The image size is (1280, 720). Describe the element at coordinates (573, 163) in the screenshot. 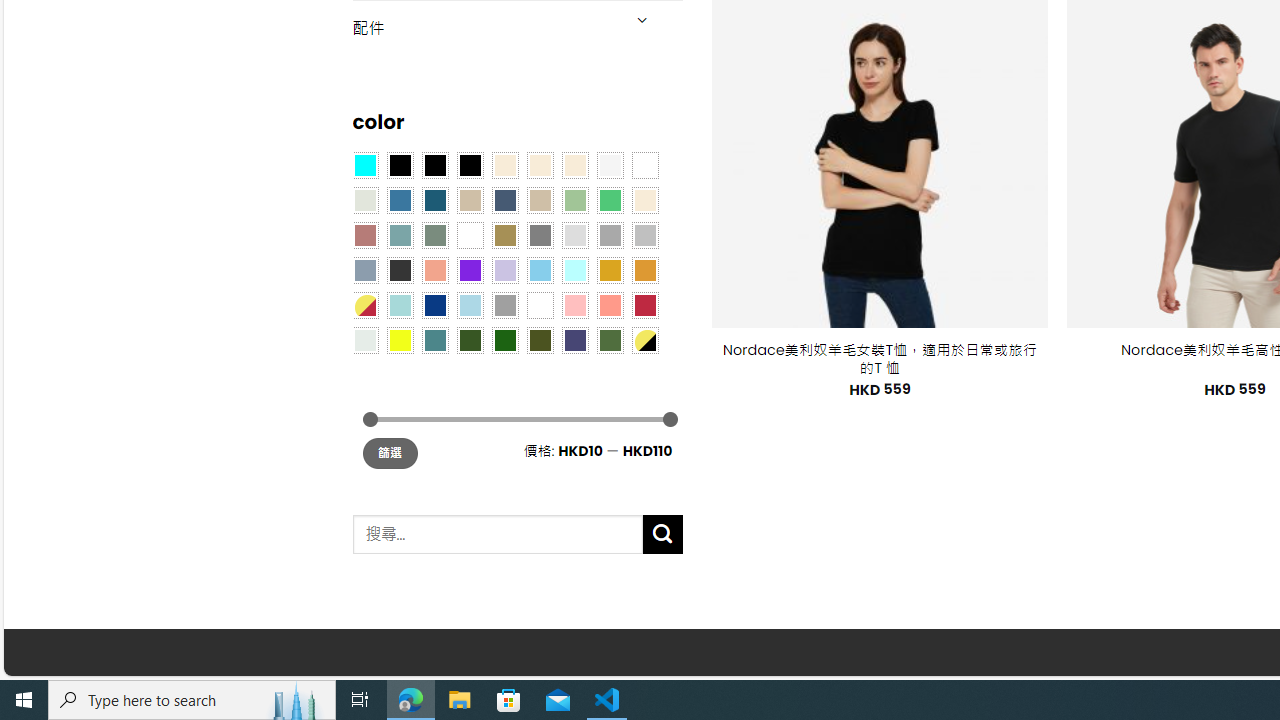

I see `'Cream'` at that location.